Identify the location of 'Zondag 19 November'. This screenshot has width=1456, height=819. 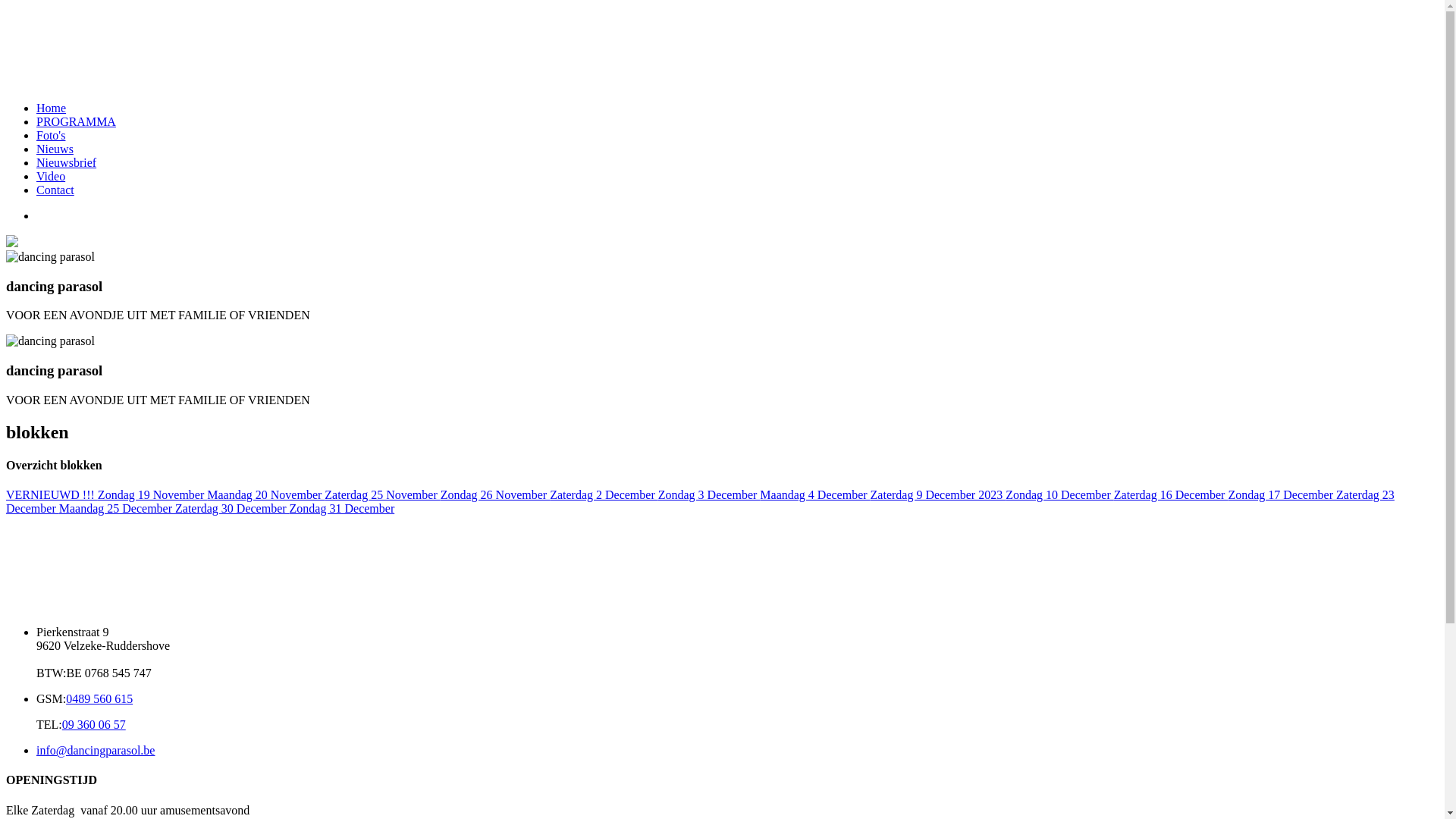
(152, 494).